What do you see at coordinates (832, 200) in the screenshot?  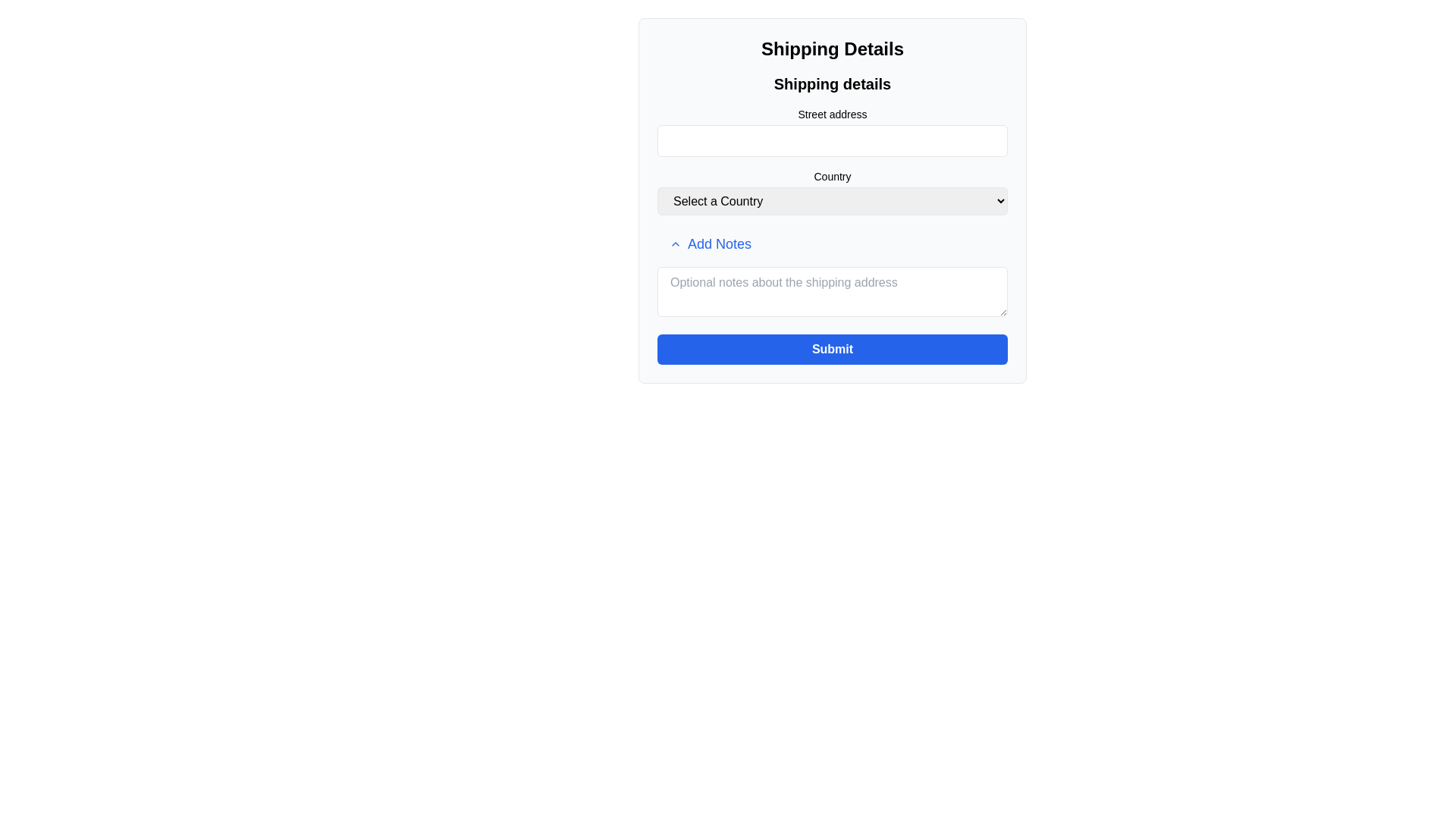 I see `an option from the dropdown menu located below the 'Country' label in the form` at bounding box center [832, 200].